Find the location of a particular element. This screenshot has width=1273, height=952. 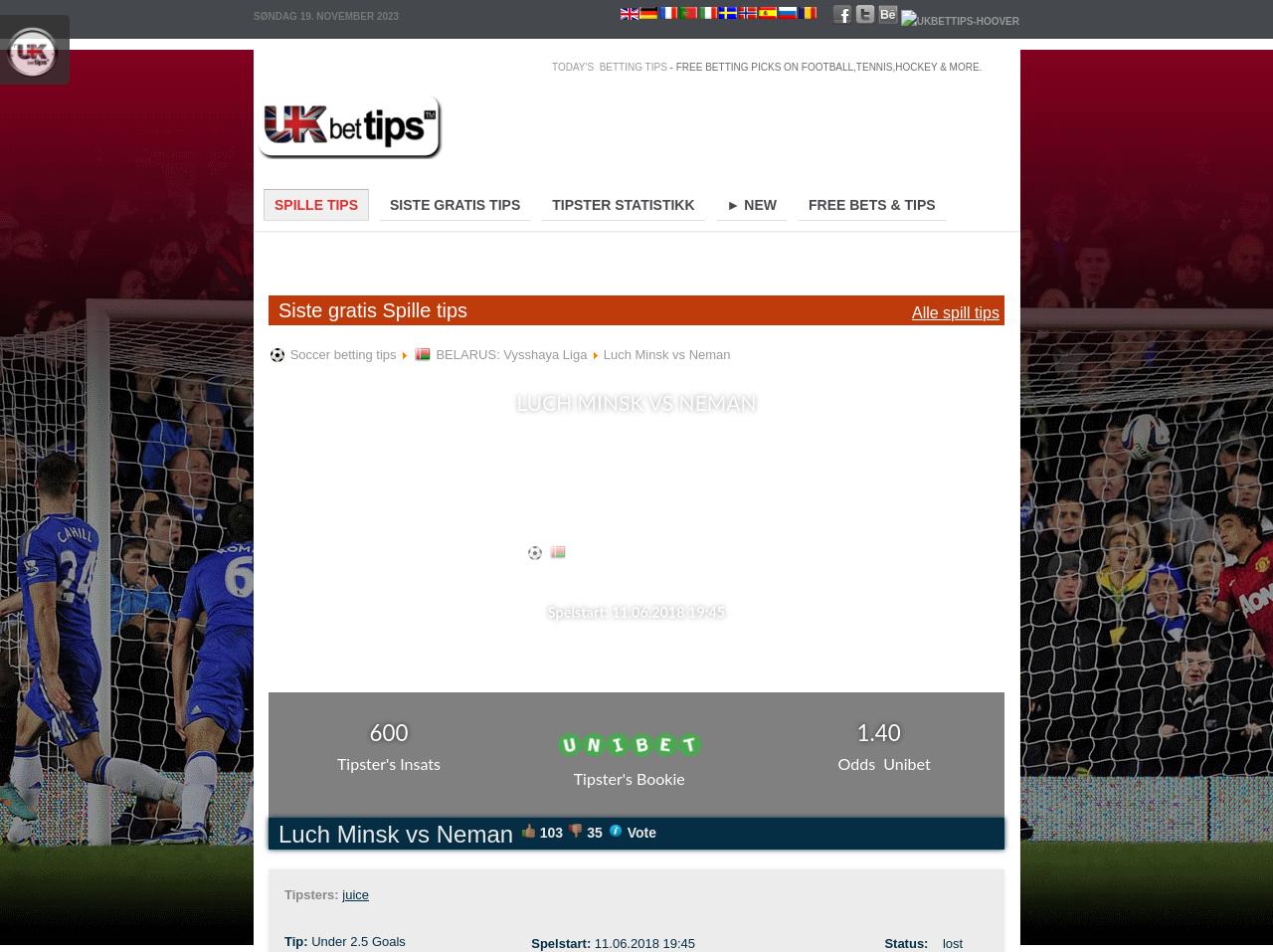

'103' is located at coordinates (550, 831).